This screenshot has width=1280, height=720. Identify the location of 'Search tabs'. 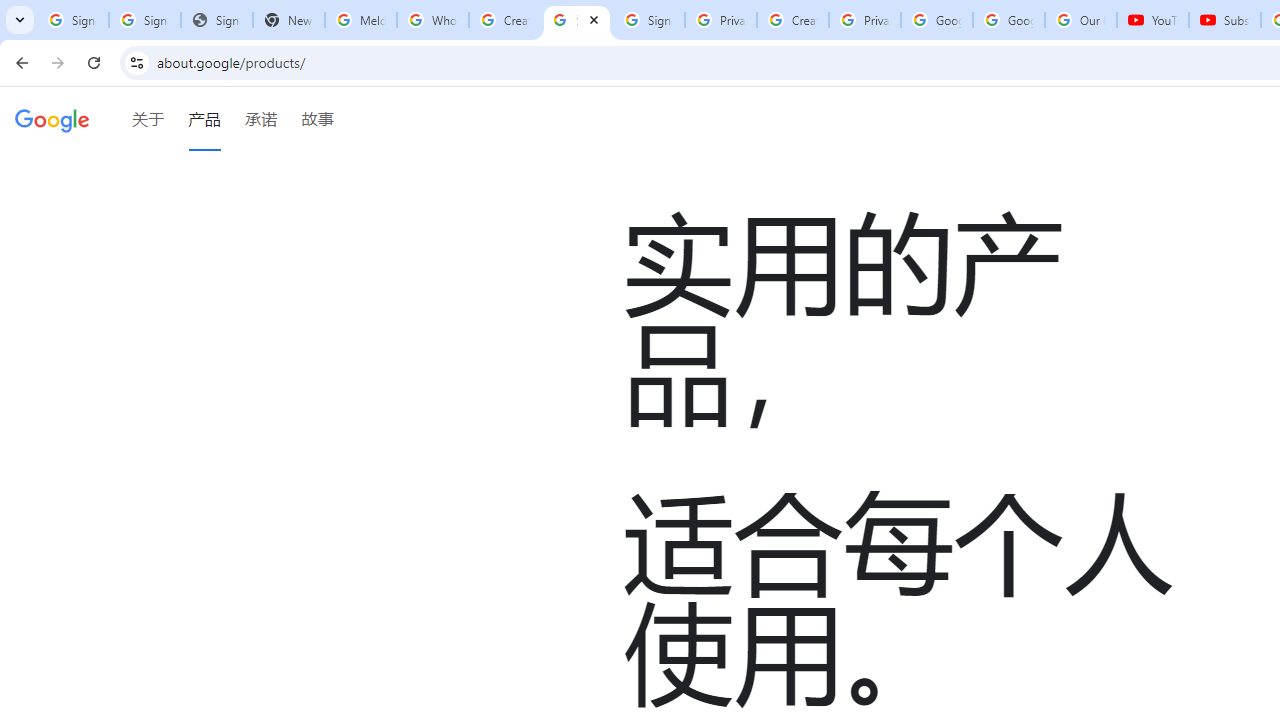
(20, 20).